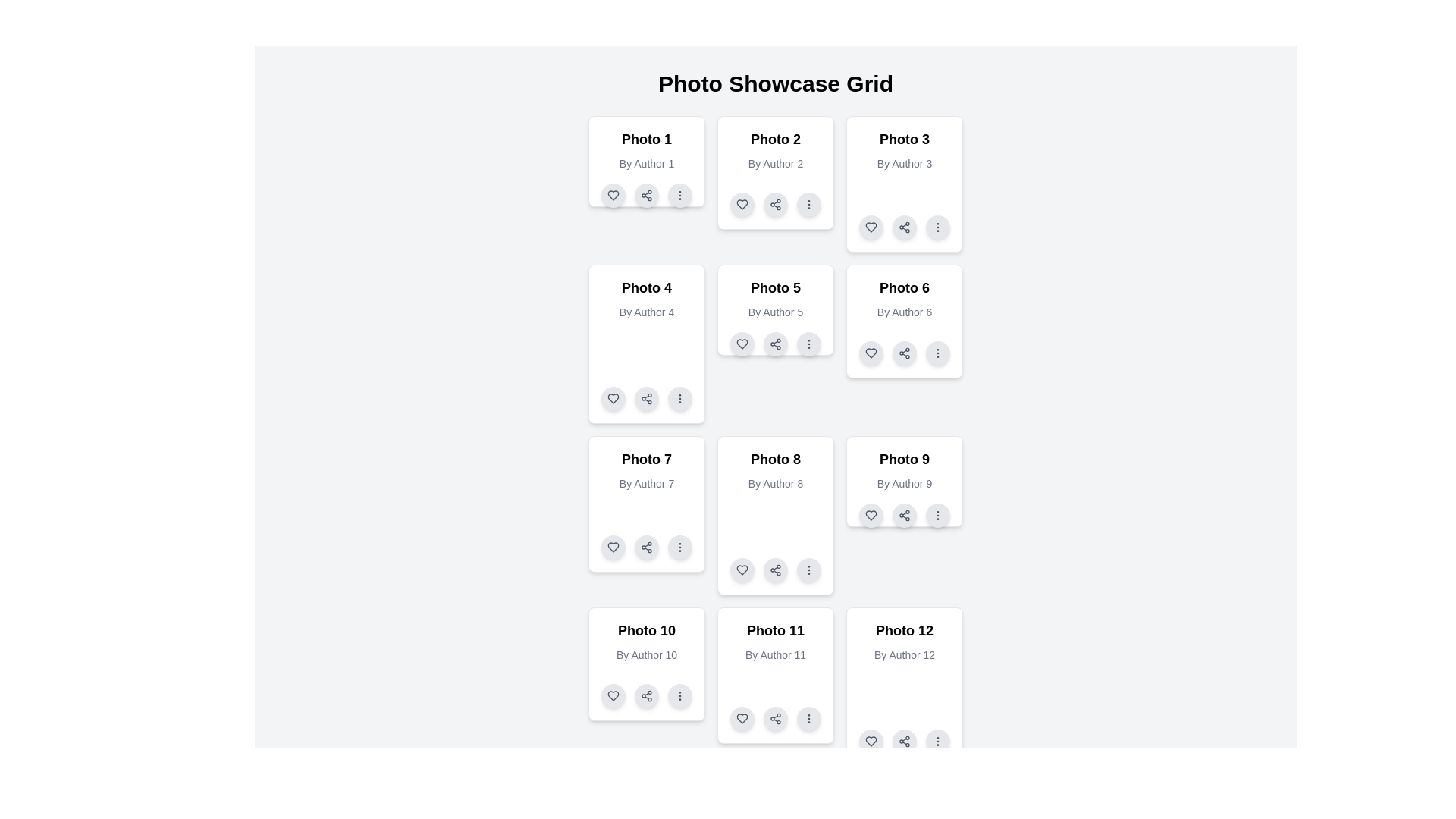 Image resolution: width=1456 pixels, height=819 pixels. What do you see at coordinates (613, 397) in the screenshot?
I see `the 'like' button located in the 'Photo 4' card, which is the leftmost button in the bottom row of the grid layout` at bounding box center [613, 397].